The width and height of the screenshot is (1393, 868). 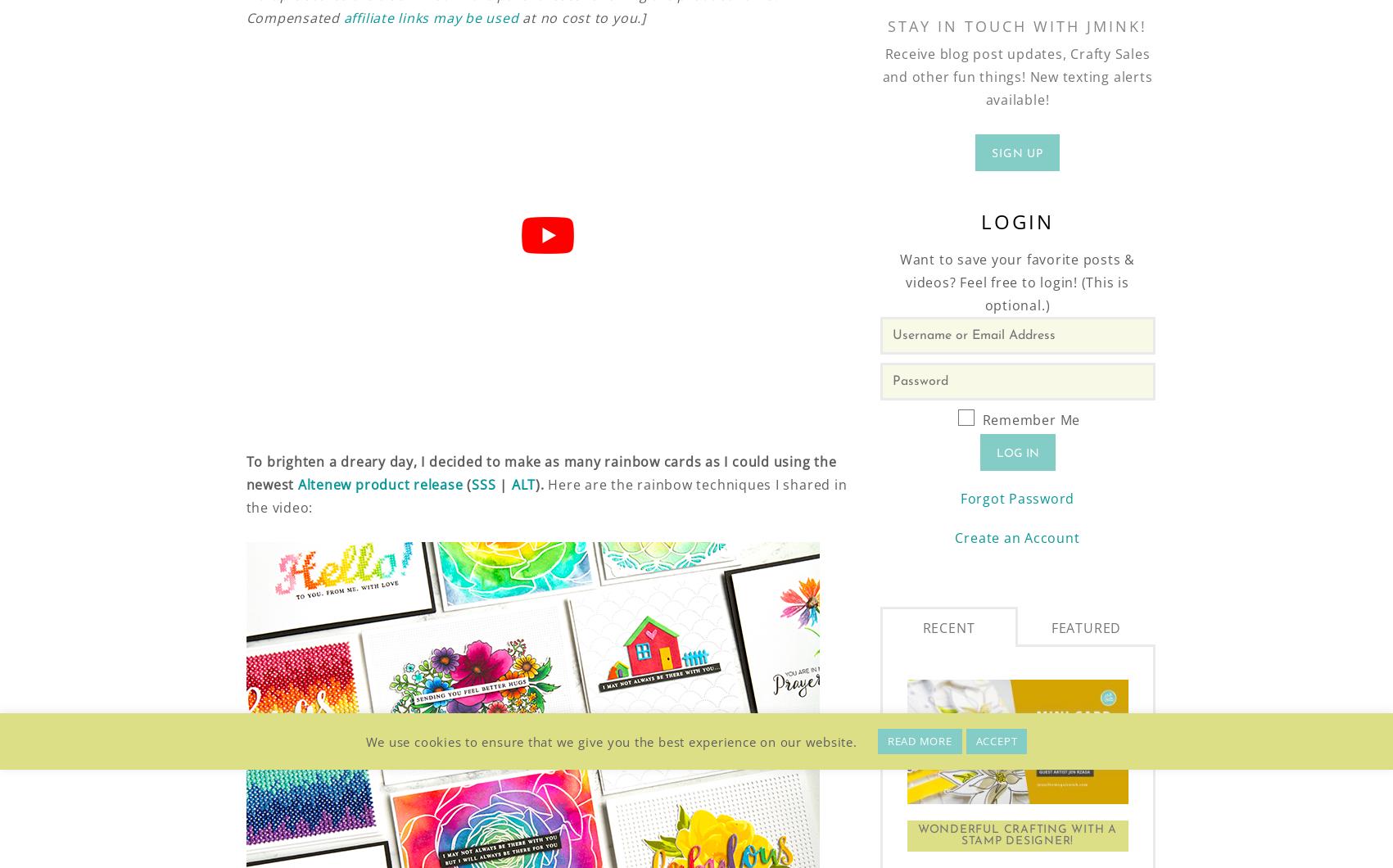 What do you see at coordinates (540, 473) in the screenshot?
I see `'To brighten a dreary day, I decided to make as many rainbow cards as I could using the newest'` at bounding box center [540, 473].